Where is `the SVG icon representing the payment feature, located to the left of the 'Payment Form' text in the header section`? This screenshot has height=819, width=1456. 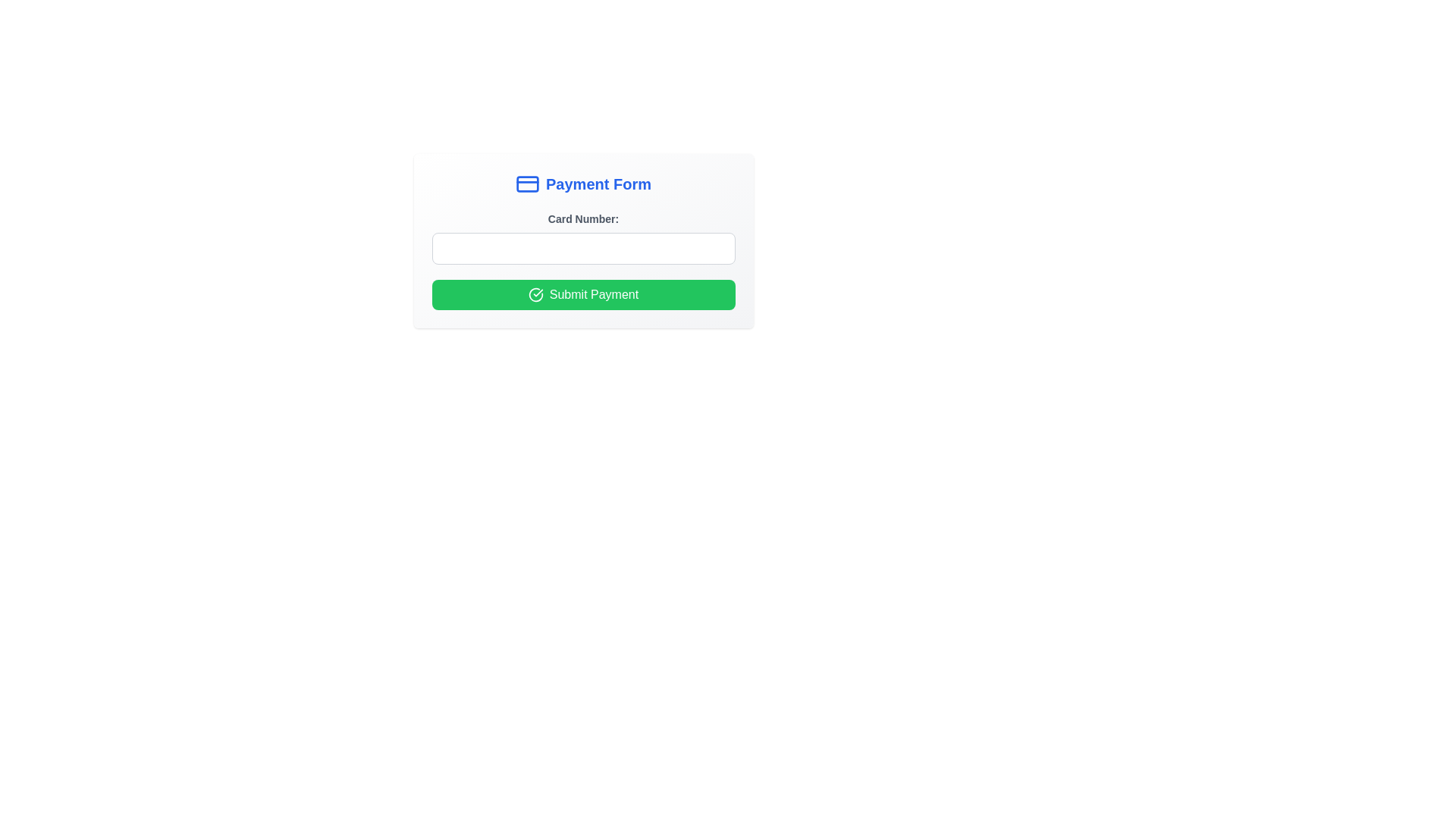 the SVG icon representing the payment feature, located to the left of the 'Payment Form' text in the header section is located at coordinates (528, 184).